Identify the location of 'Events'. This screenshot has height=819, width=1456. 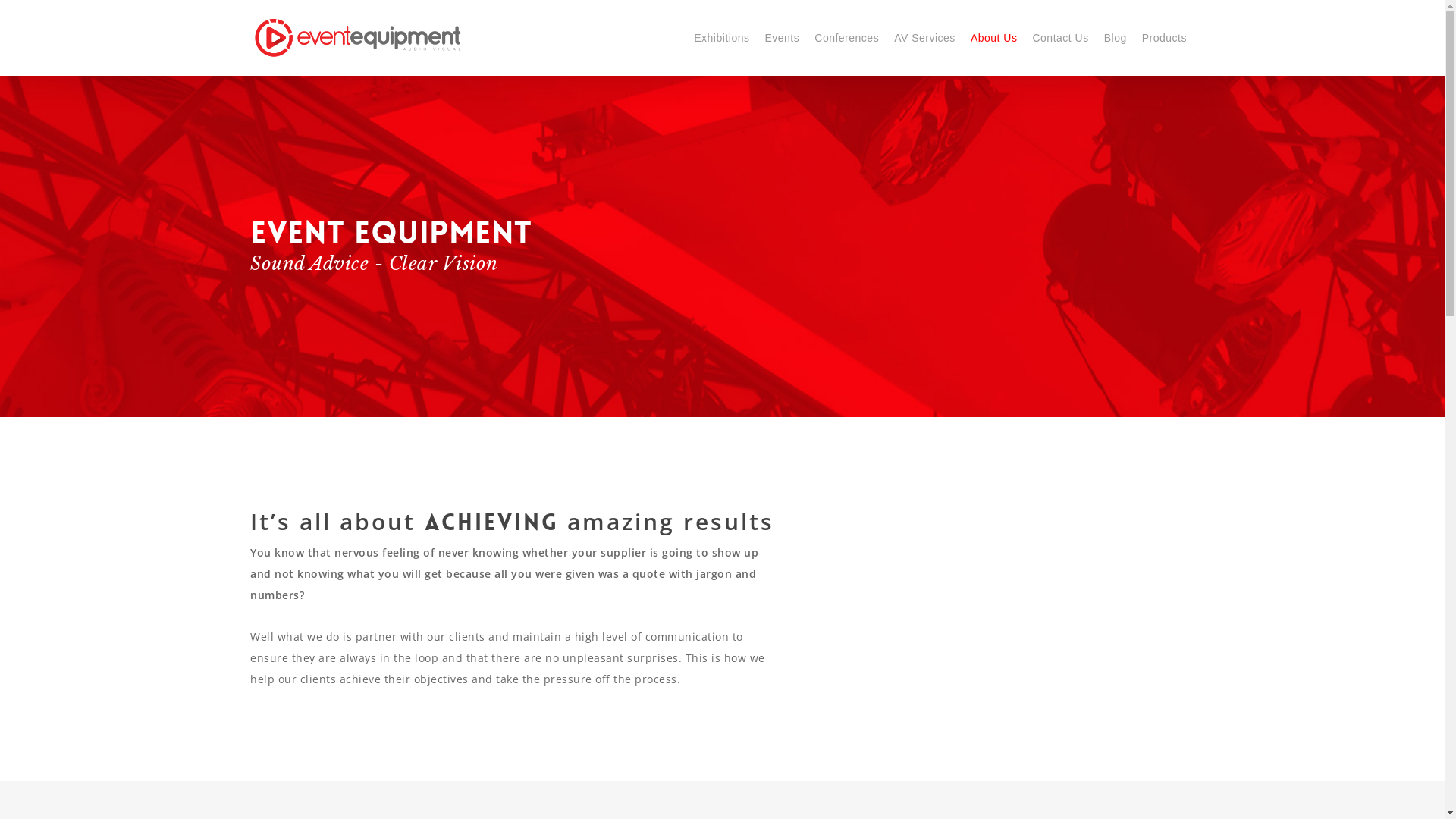
(757, 37).